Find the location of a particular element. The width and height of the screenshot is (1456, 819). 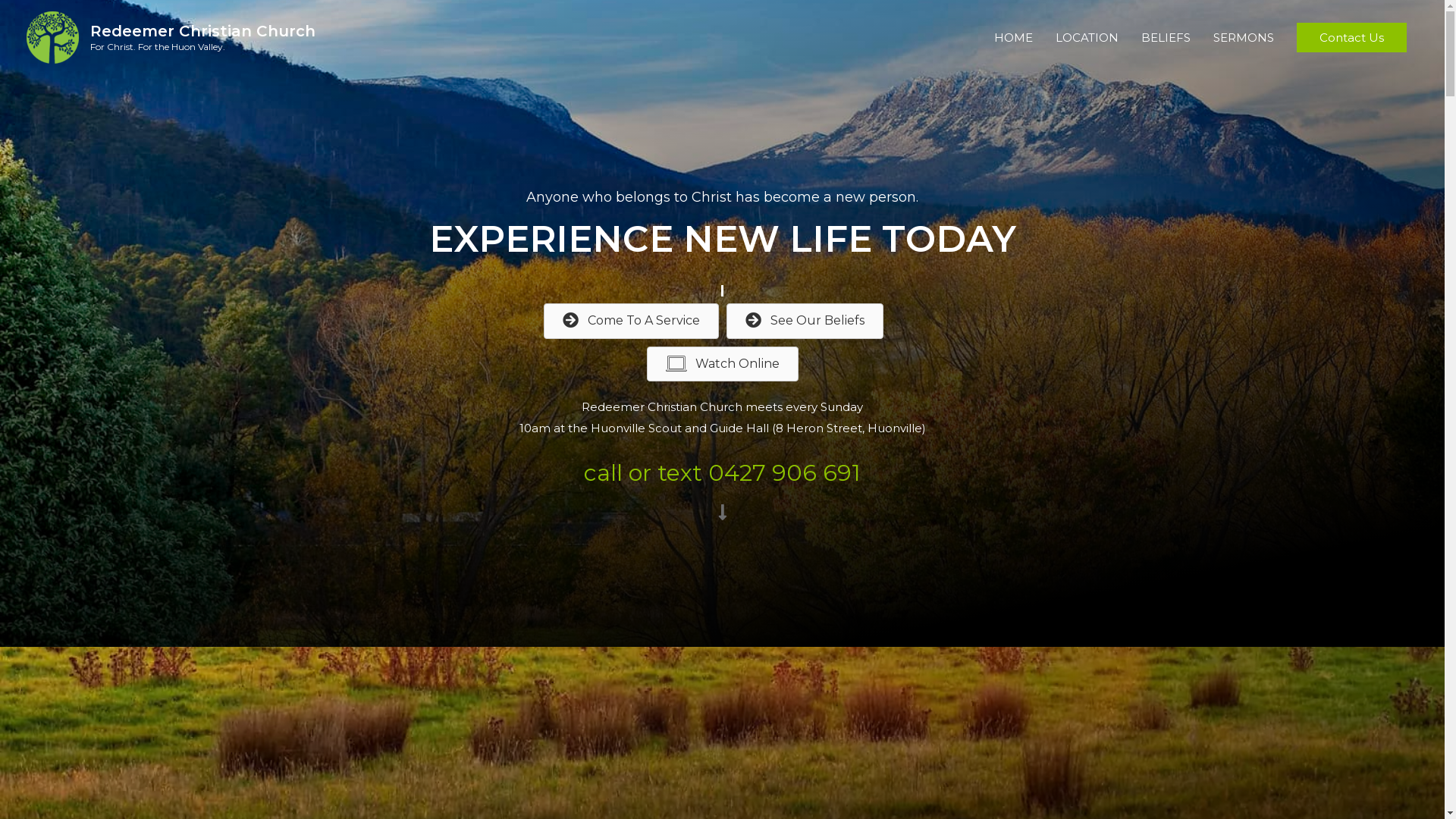

'LOCATION' is located at coordinates (1086, 37).